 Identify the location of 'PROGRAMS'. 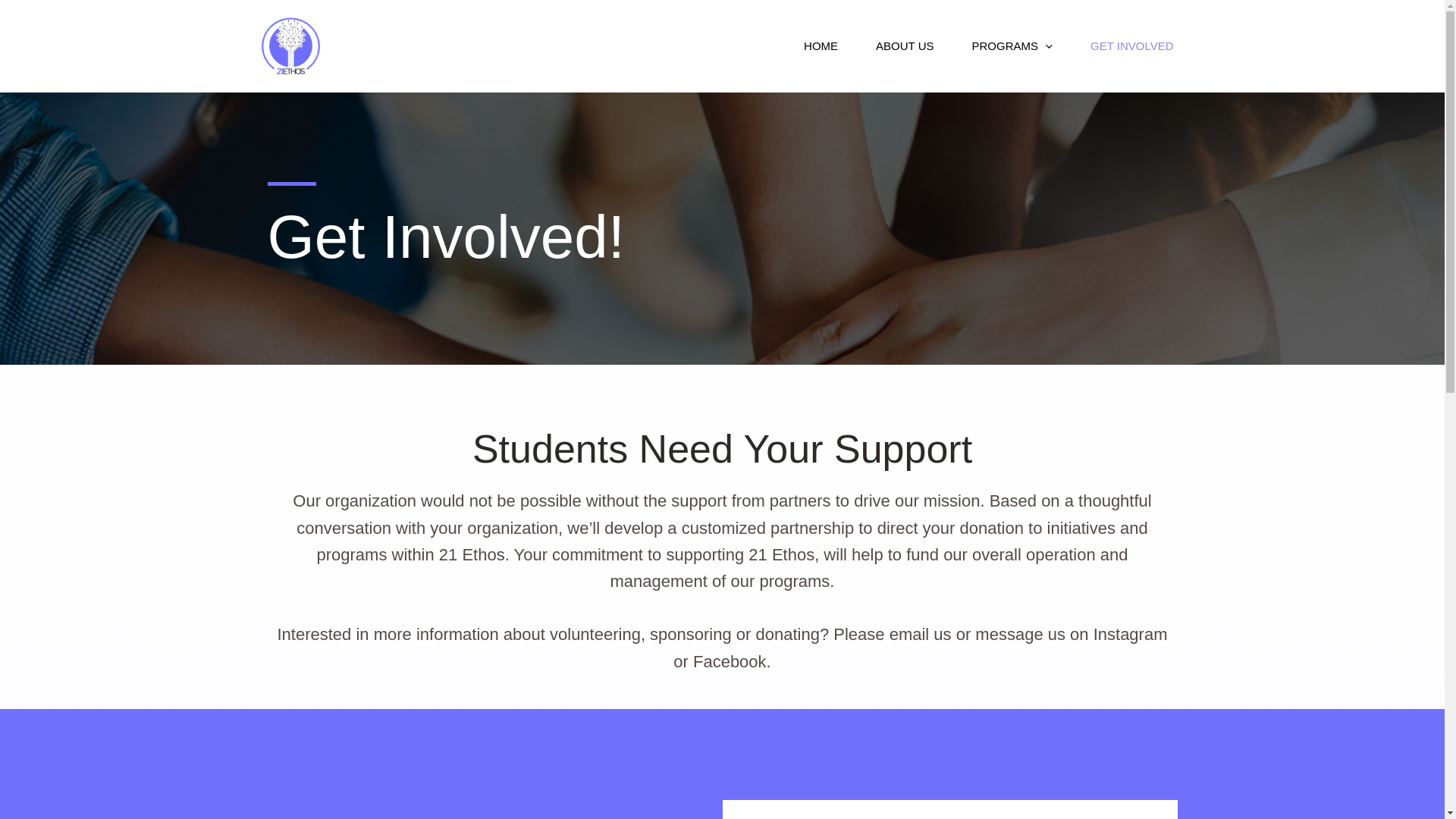
(1012, 45).